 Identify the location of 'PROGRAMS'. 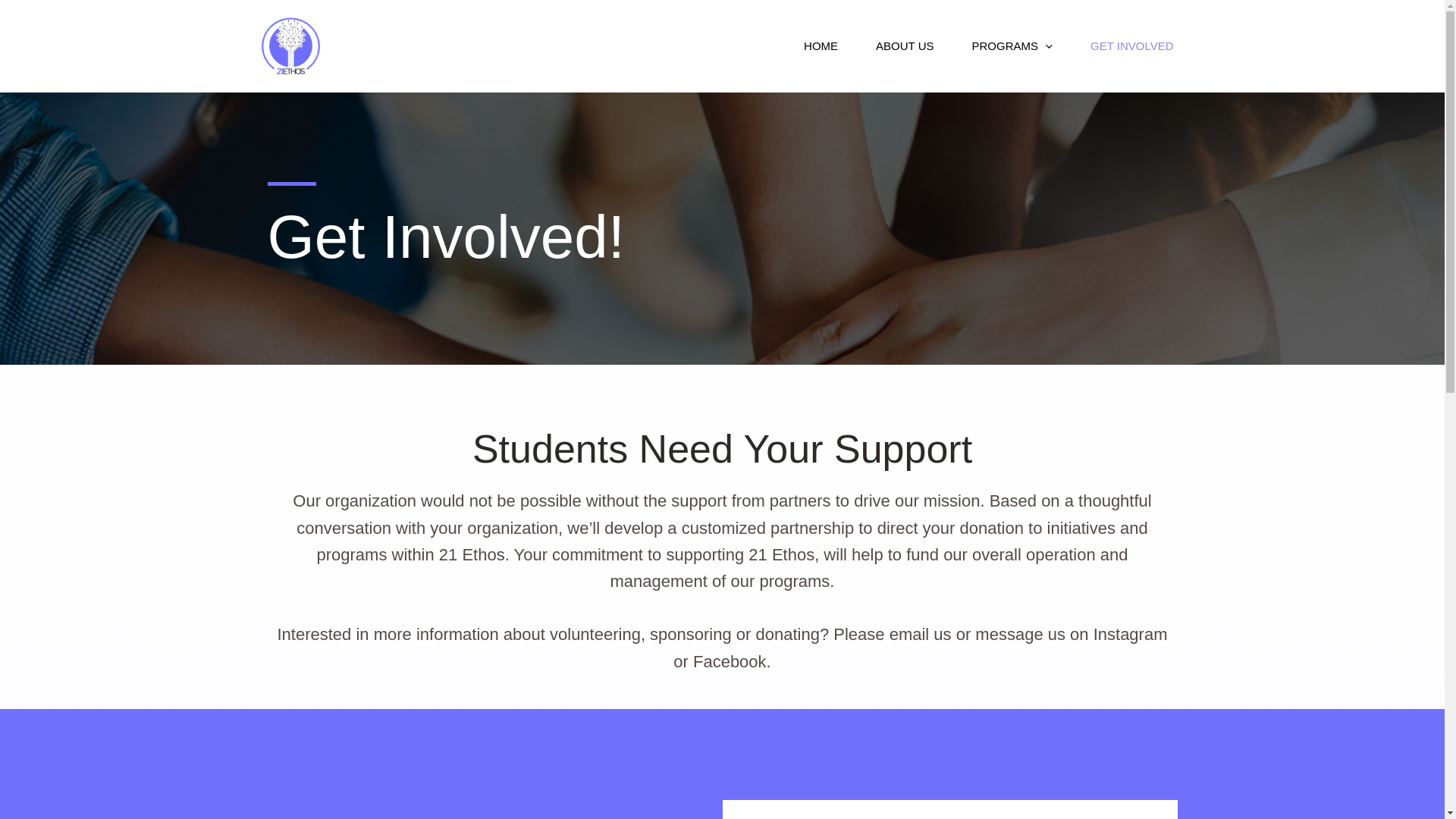
(1012, 45).